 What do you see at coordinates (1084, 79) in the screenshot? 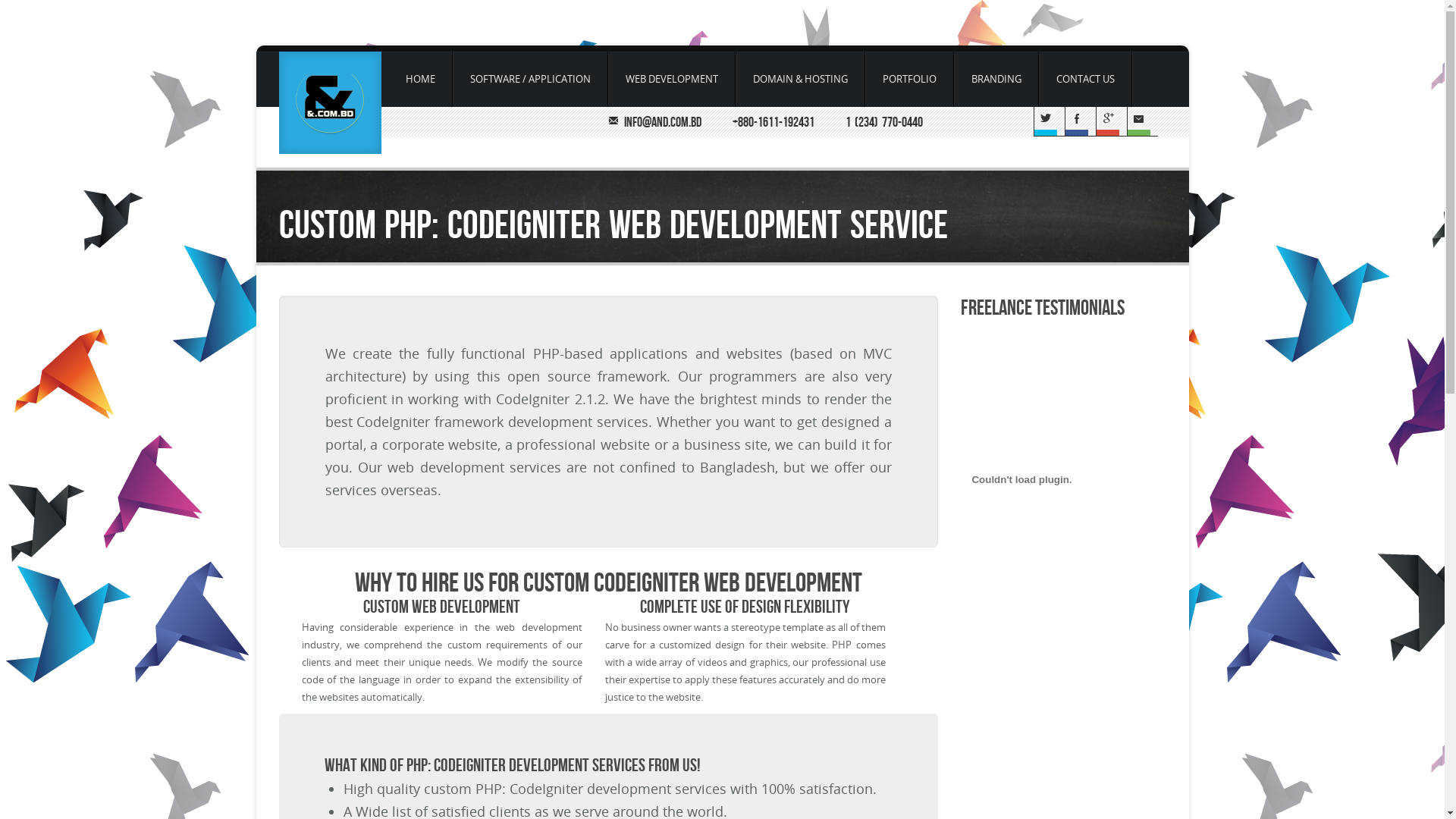
I see `'CONTACT US'` at bounding box center [1084, 79].